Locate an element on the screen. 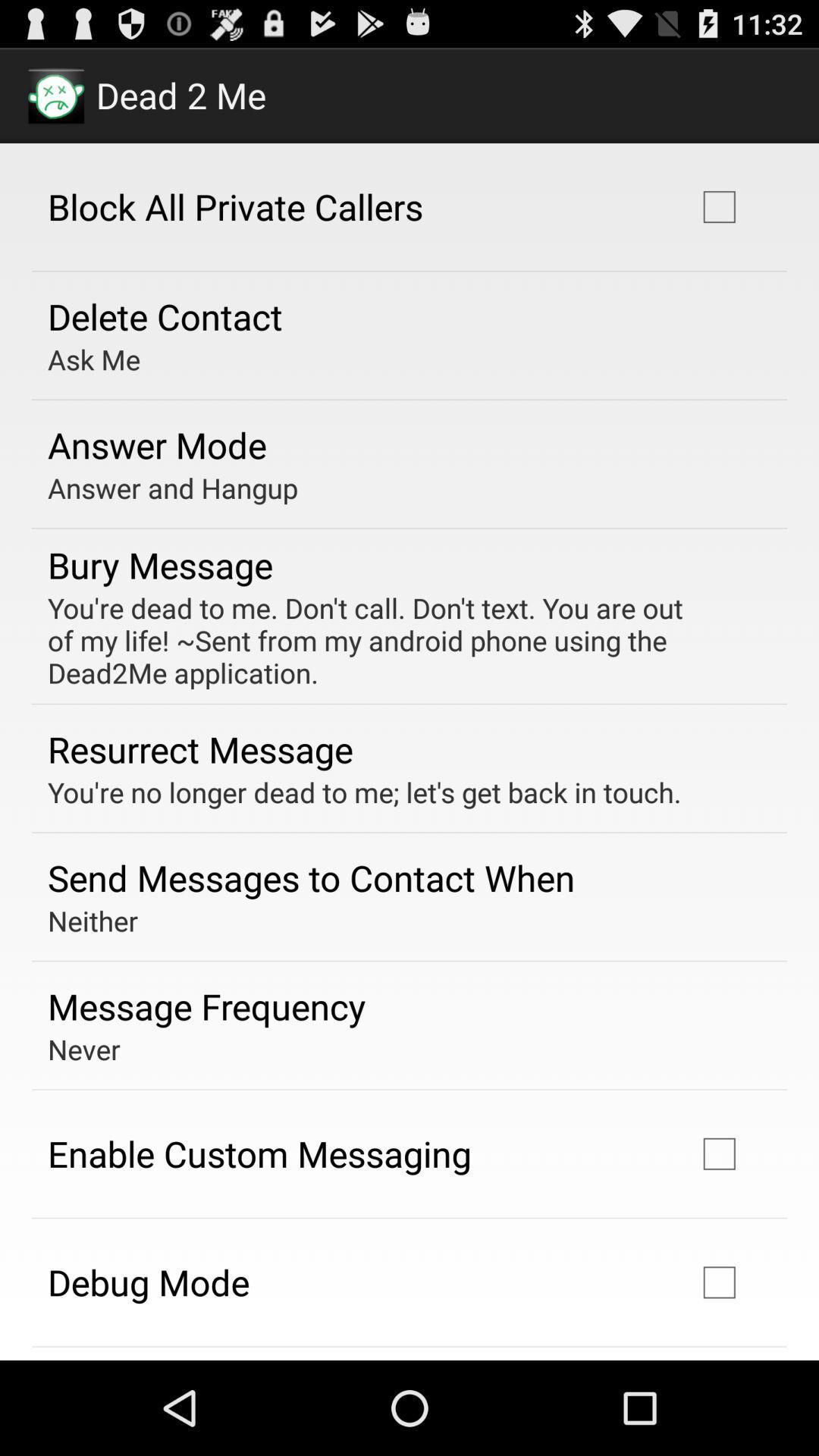  icon above you re no app is located at coordinates (199, 749).